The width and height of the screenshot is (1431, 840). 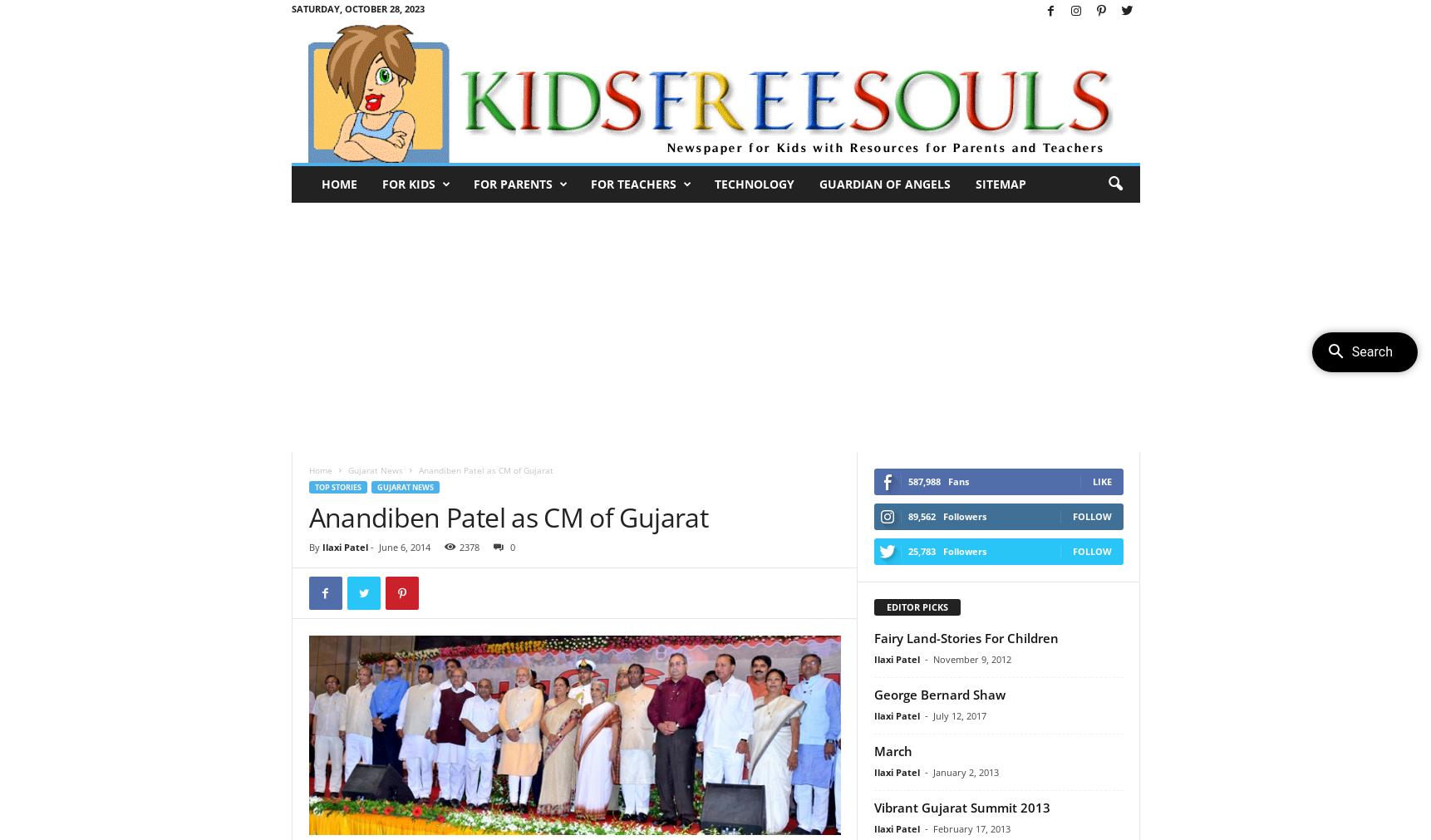 What do you see at coordinates (320, 469) in the screenshot?
I see `'Home'` at bounding box center [320, 469].